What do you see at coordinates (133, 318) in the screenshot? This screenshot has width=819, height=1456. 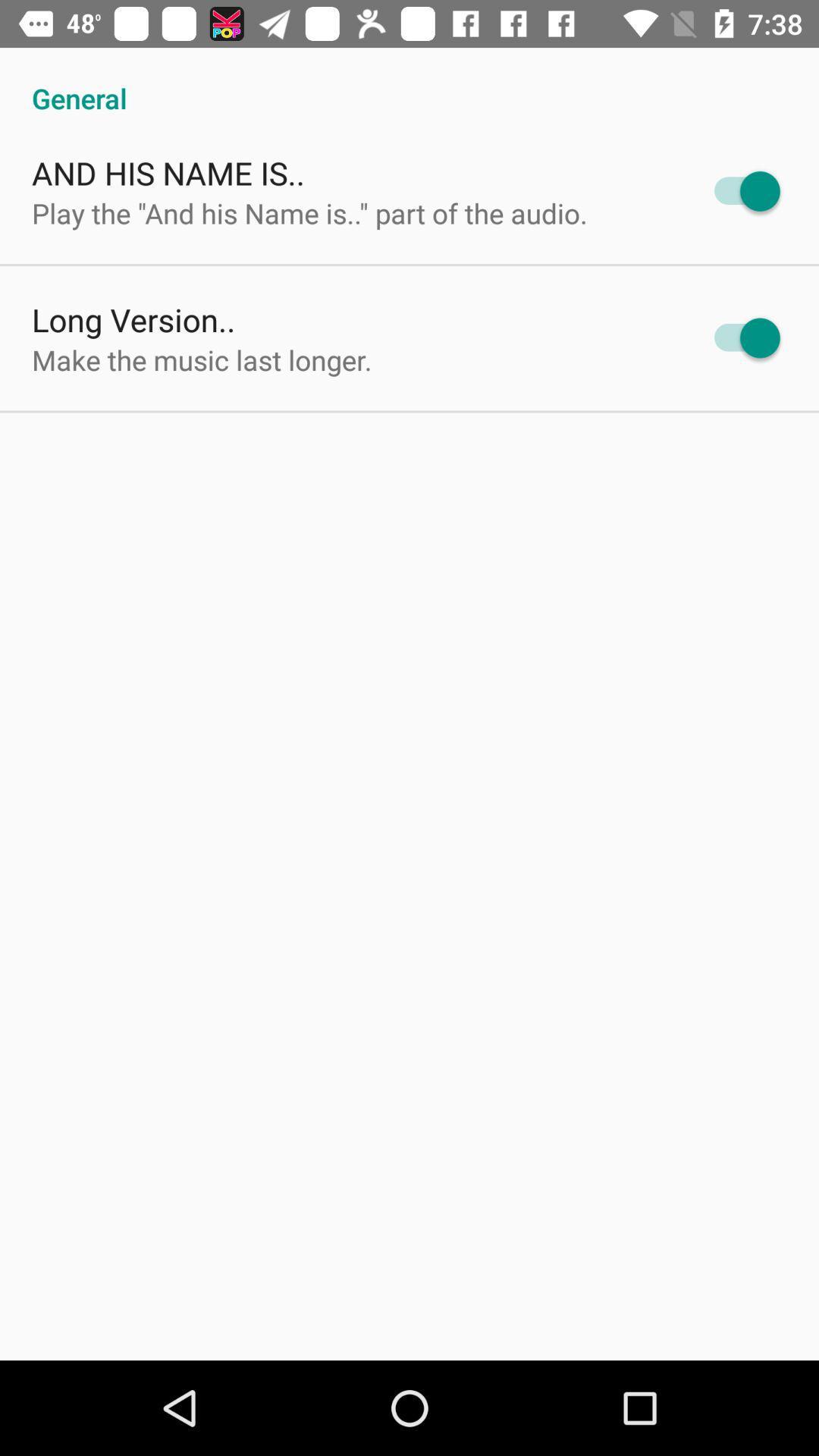 I see `the long version..` at bounding box center [133, 318].